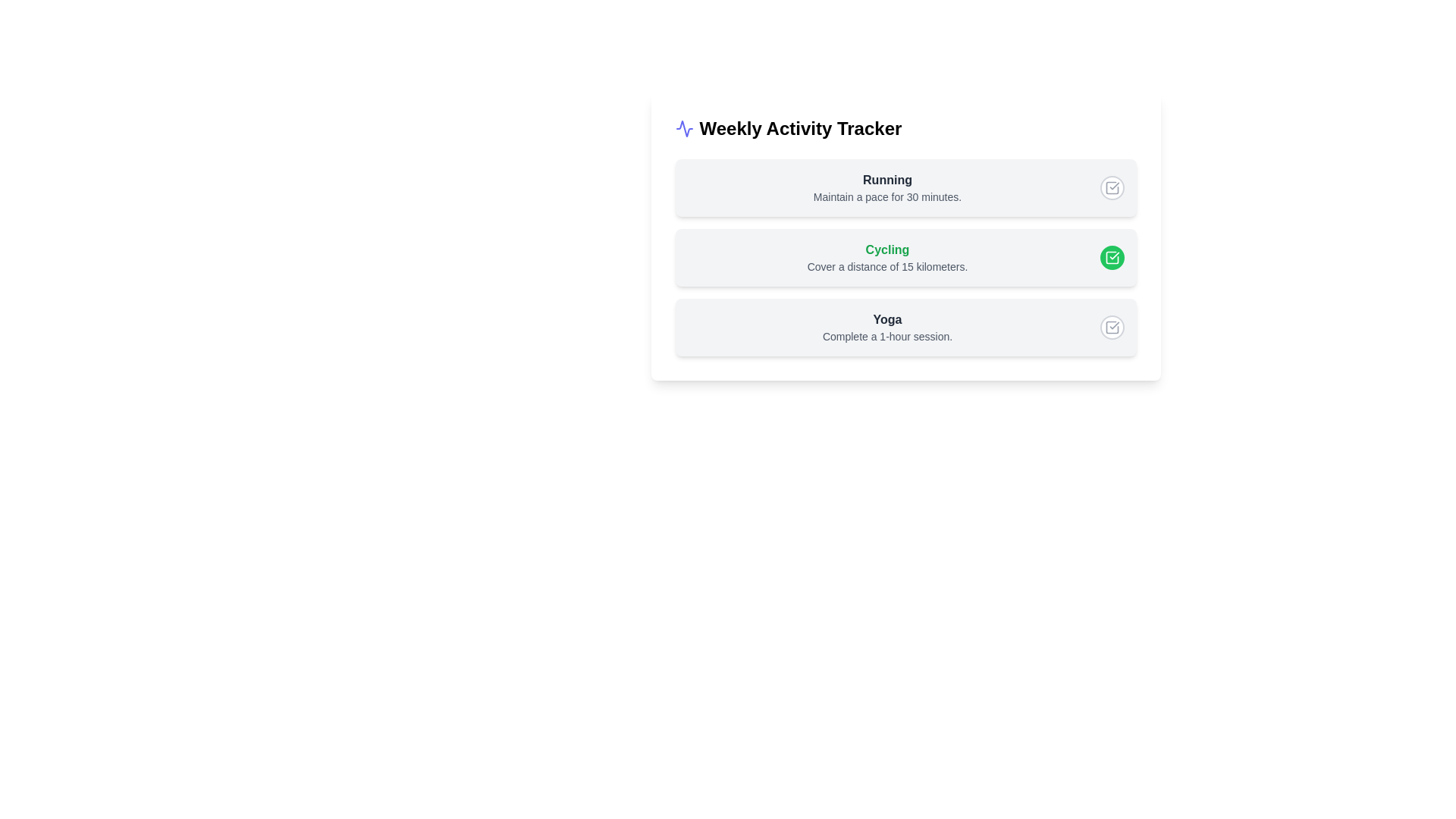 The width and height of the screenshot is (1456, 819). Describe the element at coordinates (1112, 187) in the screenshot. I see `the square-checkmark icon embedded within the circular button indicating the 'Running' status, located towards the right-end of the 'Running' action box` at that location.